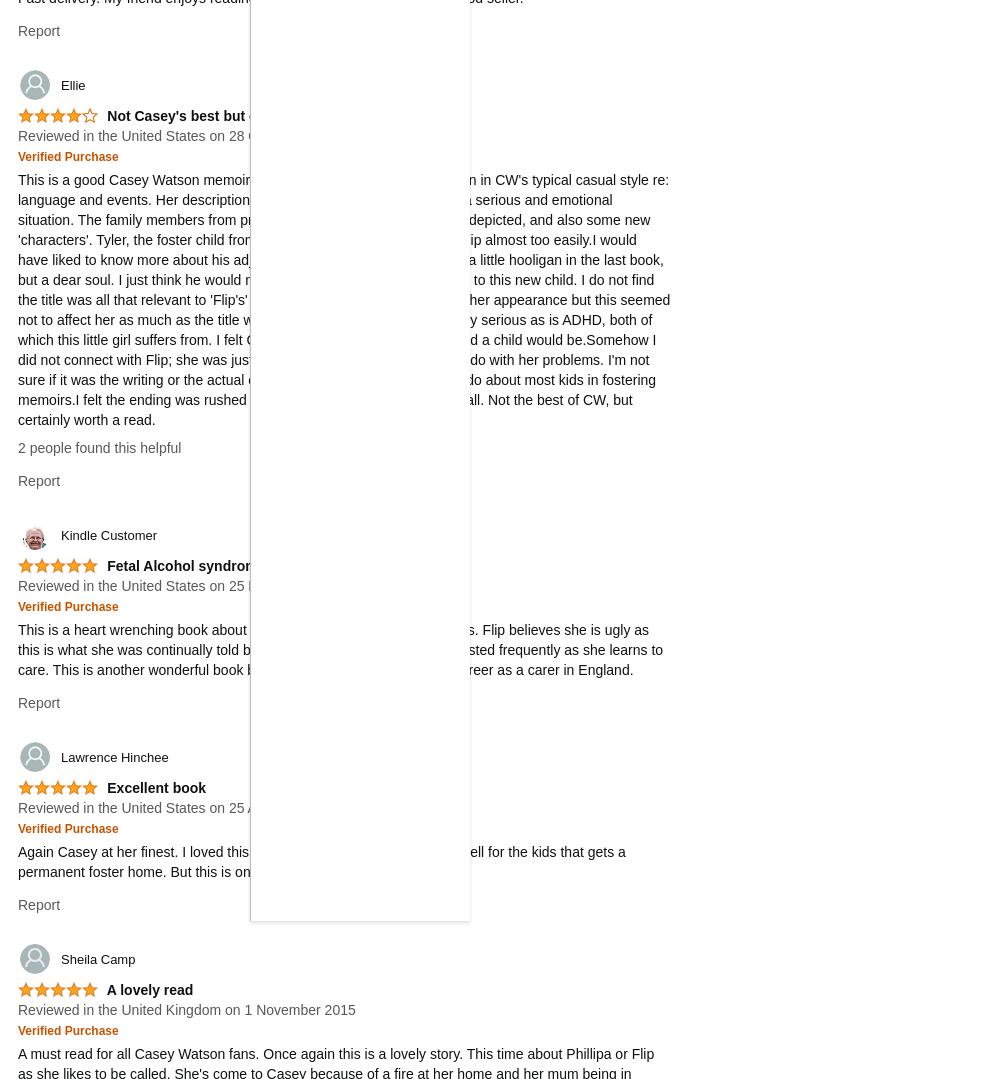 Image resolution: width=1000 pixels, height=1079 pixels. Describe the element at coordinates (108, 535) in the screenshot. I see `'Kindle Customer'` at that location.